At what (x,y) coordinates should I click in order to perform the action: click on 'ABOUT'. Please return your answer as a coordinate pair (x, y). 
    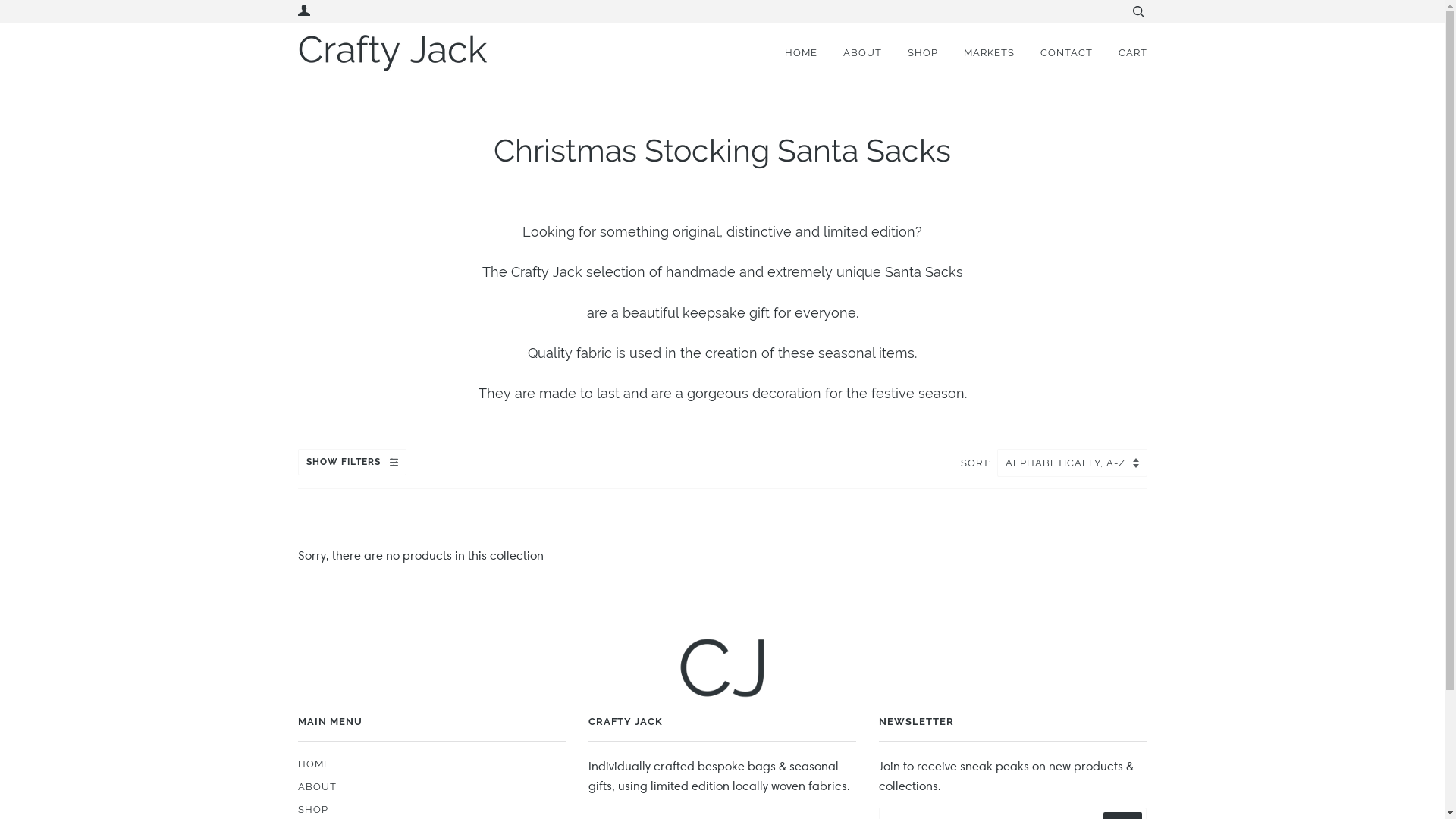
    Looking at the image, I should click on (315, 786).